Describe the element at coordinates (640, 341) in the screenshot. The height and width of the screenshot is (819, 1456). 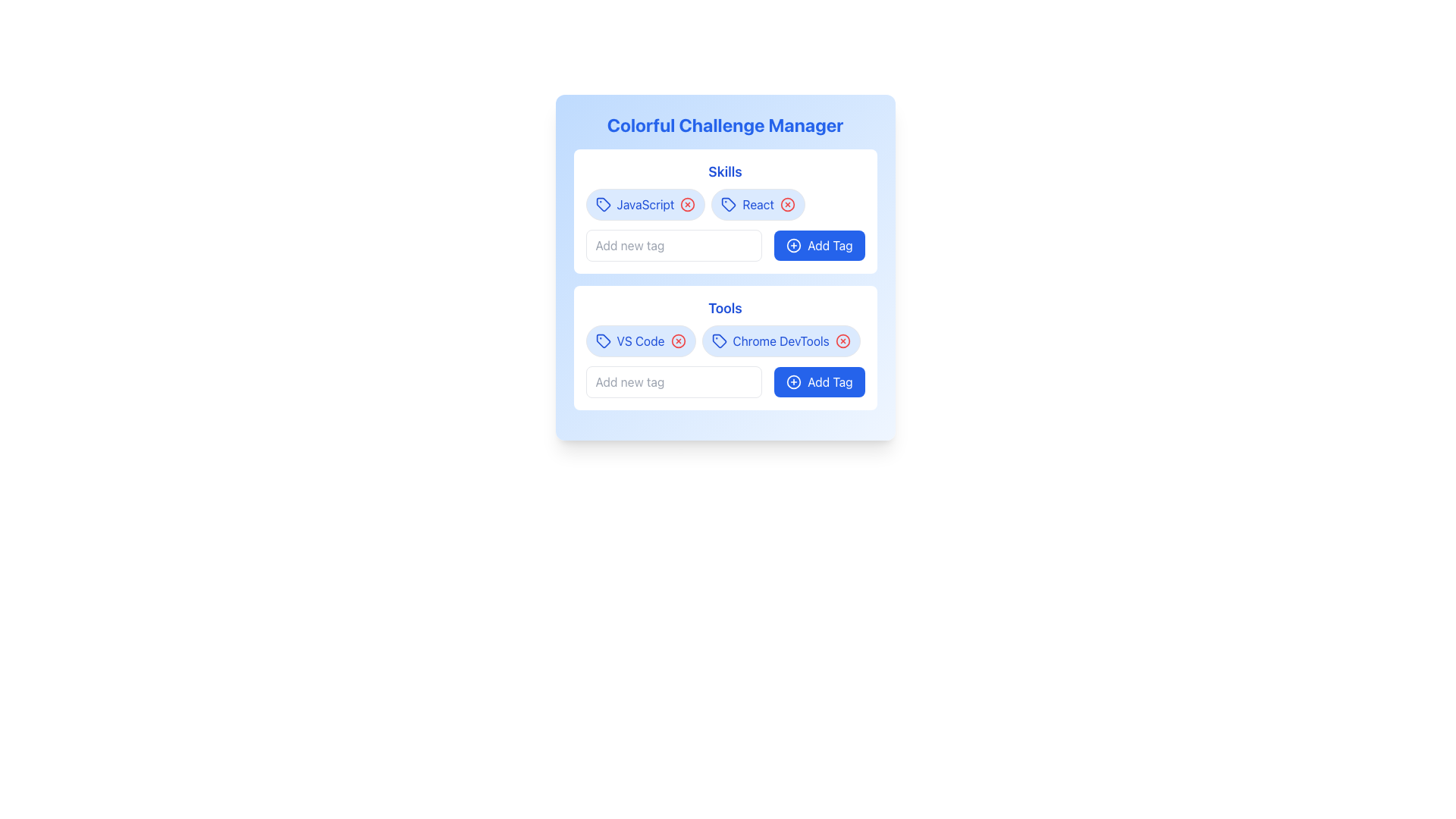
I see `the static text label displaying 'VS Code' in bold blue sans-serif font, which is the first tag in the 'Tools' section of the interface` at that location.